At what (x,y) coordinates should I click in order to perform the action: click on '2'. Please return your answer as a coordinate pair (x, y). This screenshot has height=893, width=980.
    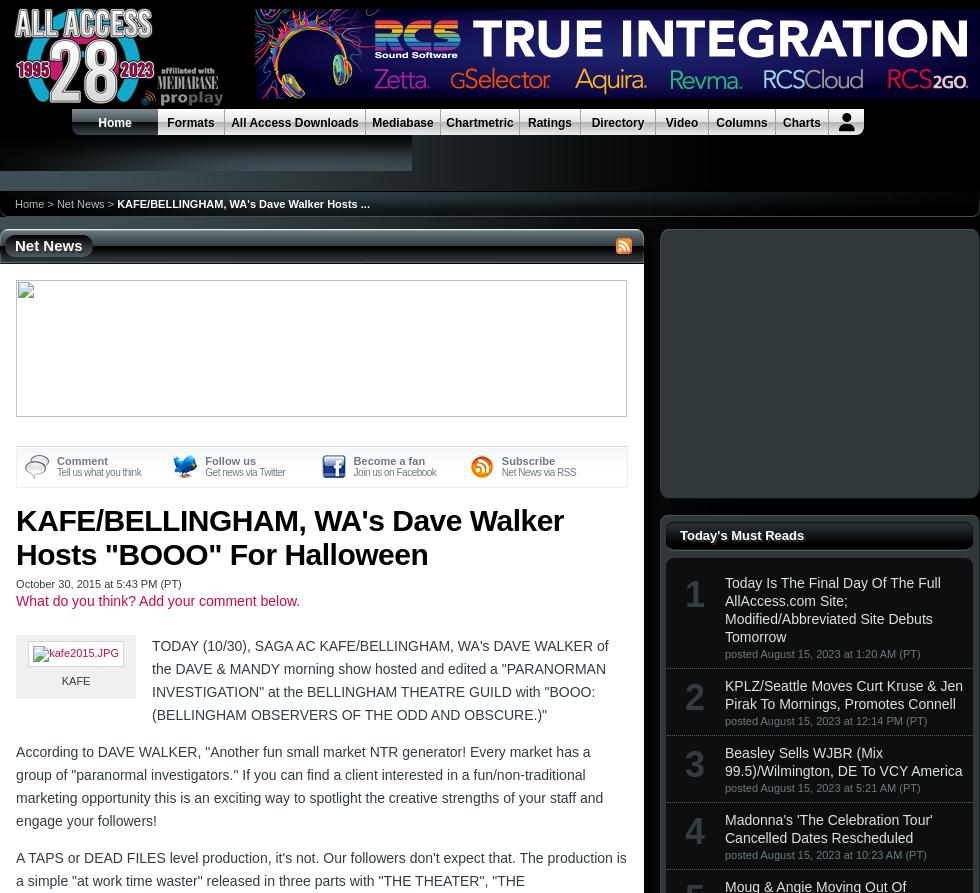
    Looking at the image, I should click on (694, 697).